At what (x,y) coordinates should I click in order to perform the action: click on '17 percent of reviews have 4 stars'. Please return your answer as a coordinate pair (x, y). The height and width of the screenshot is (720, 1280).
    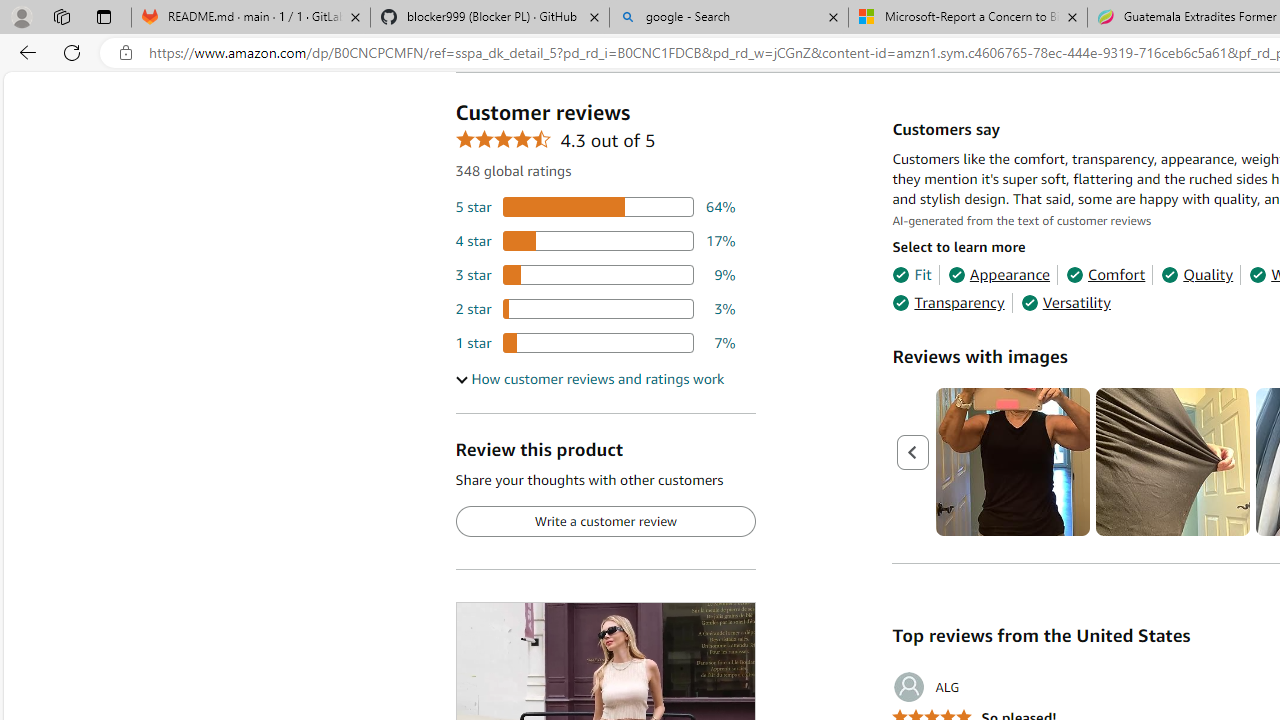
    Looking at the image, I should click on (594, 240).